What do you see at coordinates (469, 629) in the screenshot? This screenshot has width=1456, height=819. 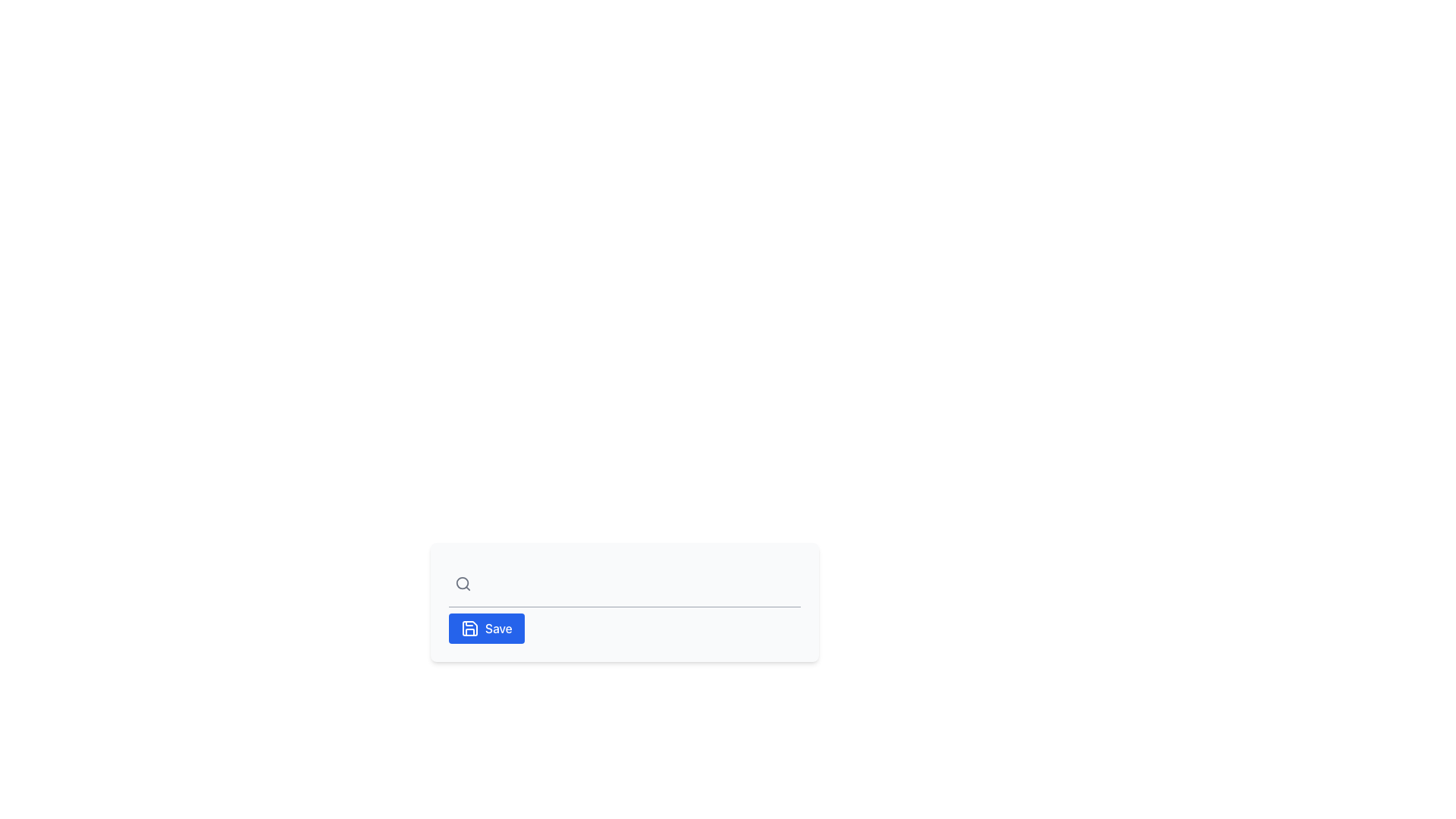 I see `the save icon located to the left of the 'Save' button text, which is part of a blue and white rectangular button` at bounding box center [469, 629].